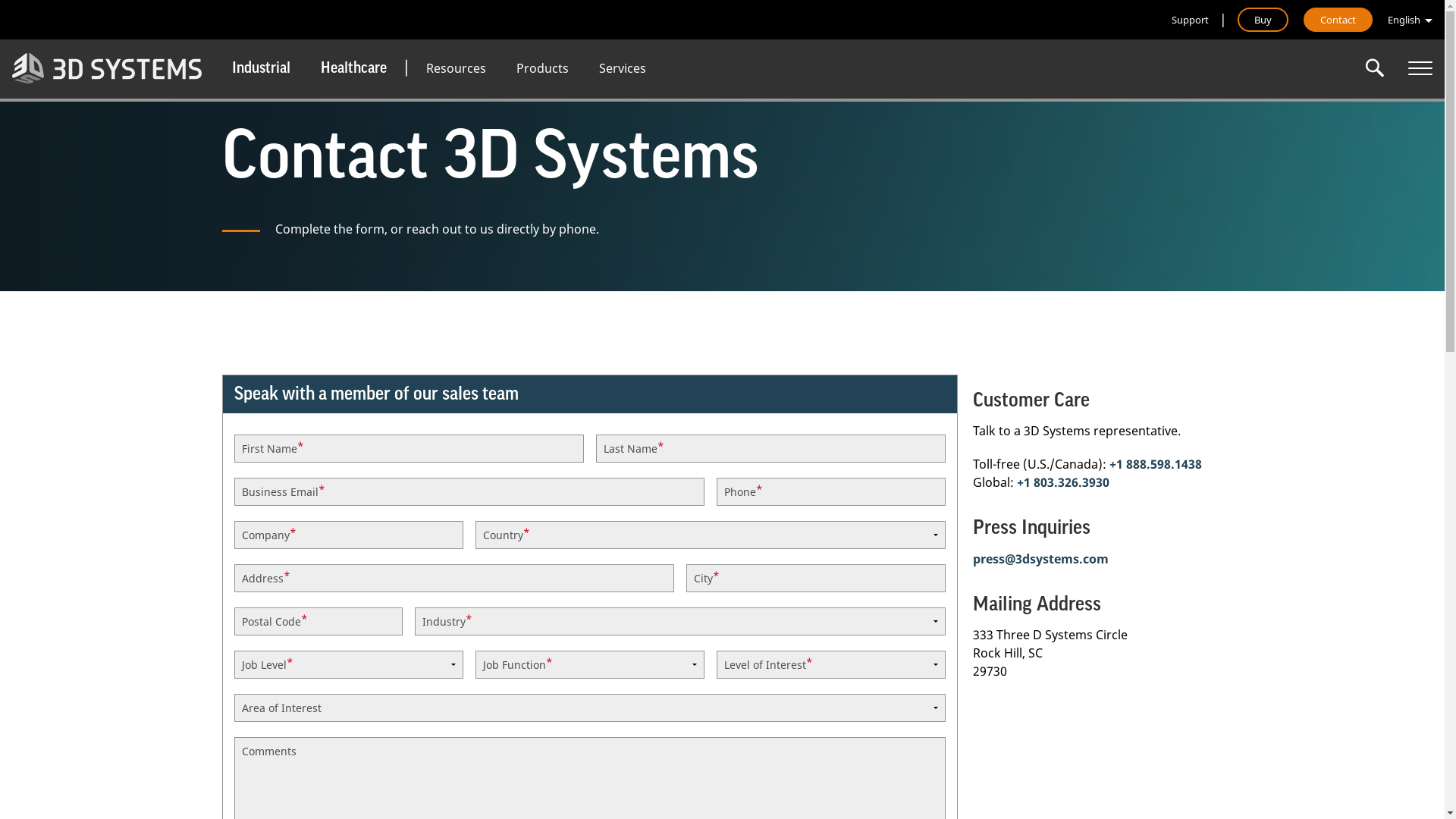 Image resolution: width=1456 pixels, height=819 pixels. Describe the element at coordinates (0, 0) in the screenshot. I see `'Skip to main content'` at that location.